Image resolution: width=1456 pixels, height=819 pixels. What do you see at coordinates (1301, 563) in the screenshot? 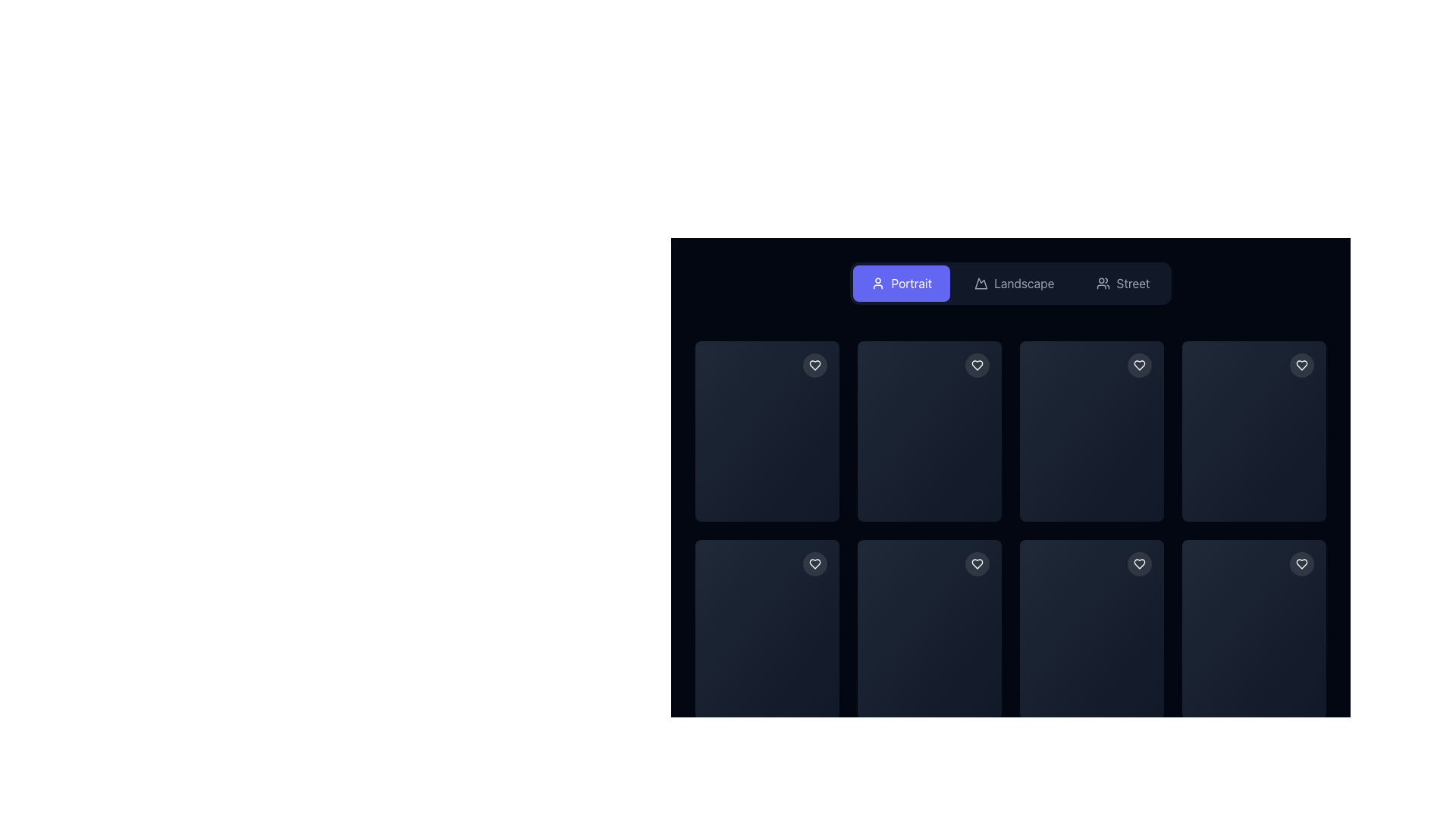
I see `the heart-shaped favorite button located at the bottom-right corner of the grid of content cards` at bounding box center [1301, 563].